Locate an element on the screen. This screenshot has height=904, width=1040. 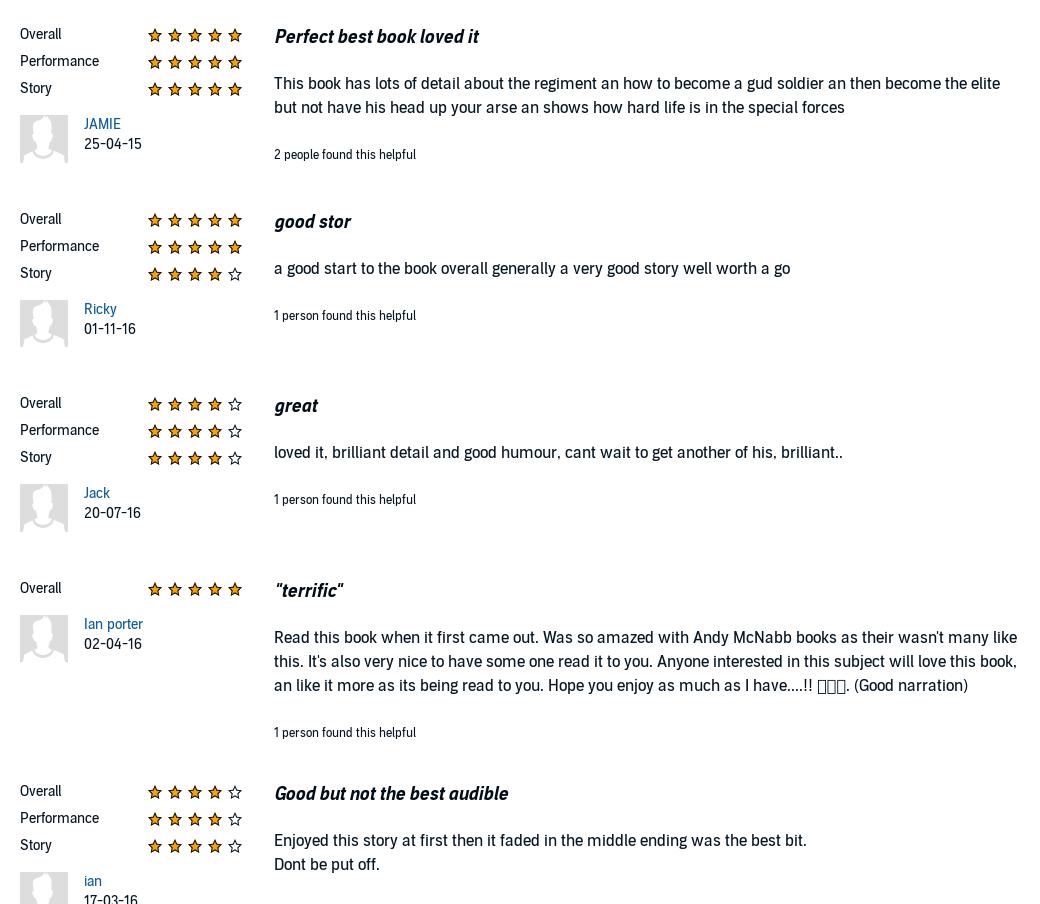
'Perfect best book loved it' is located at coordinates (273, 36).